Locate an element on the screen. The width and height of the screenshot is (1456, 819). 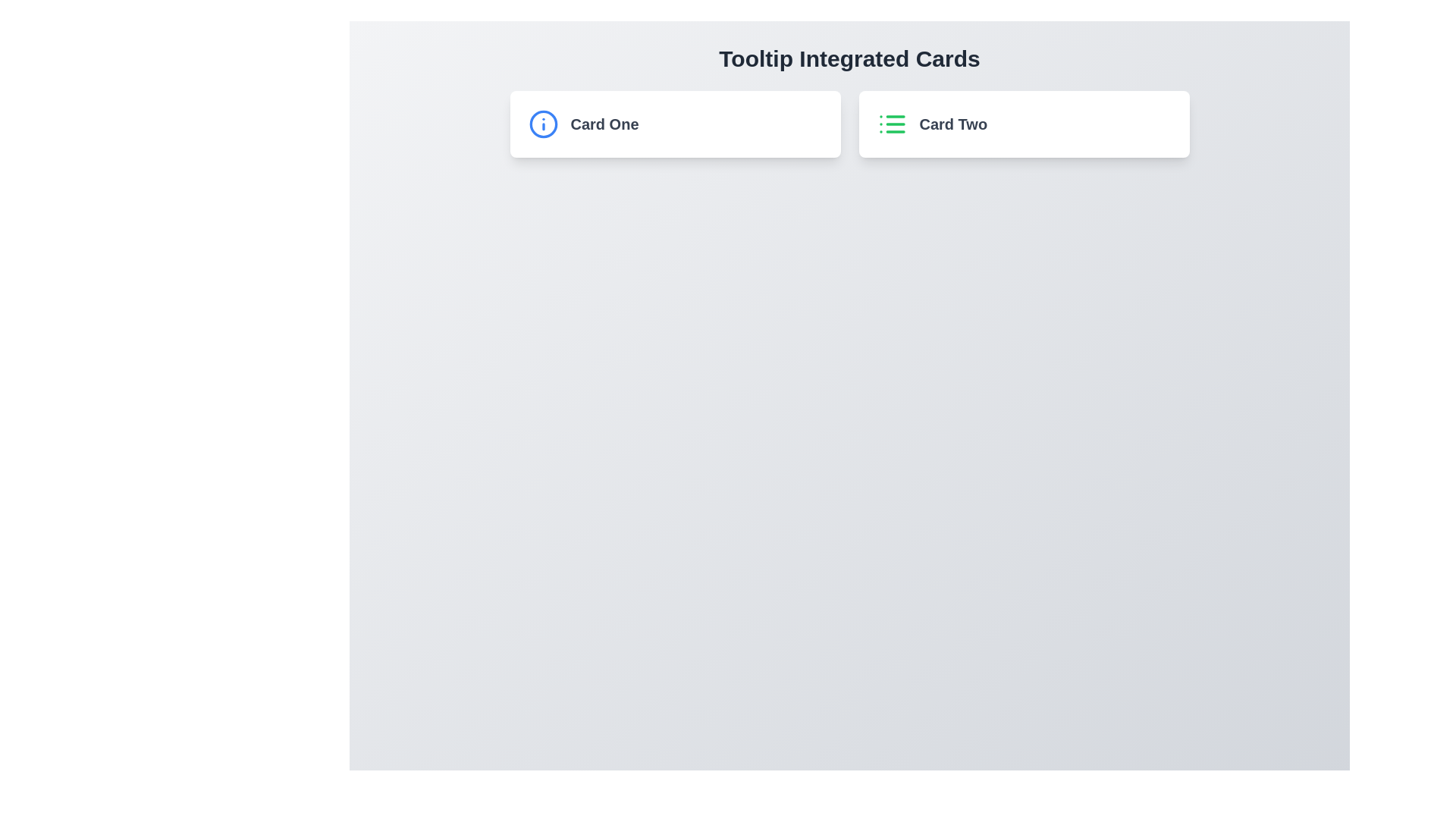
the informational icon located at the top-left corner of 'Card One' is located at coordinates (543, 124).